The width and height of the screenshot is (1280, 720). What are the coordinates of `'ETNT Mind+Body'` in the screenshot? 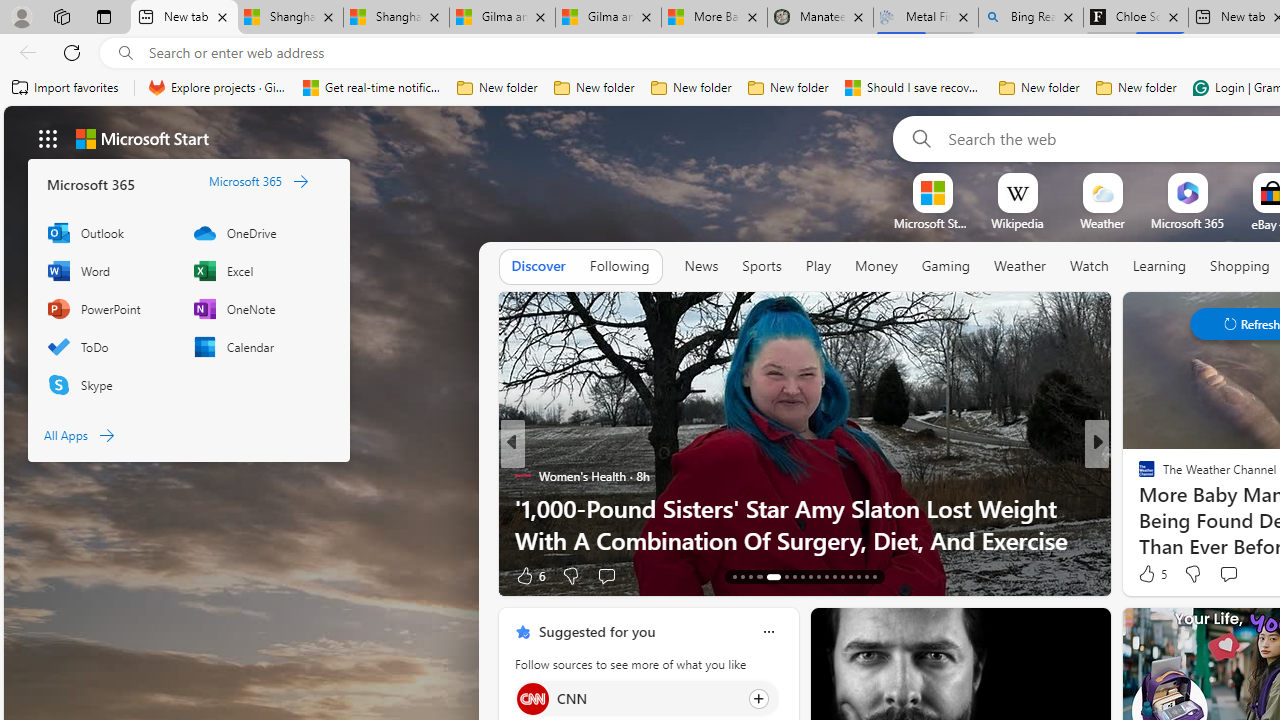 It's located at (1138, 475).